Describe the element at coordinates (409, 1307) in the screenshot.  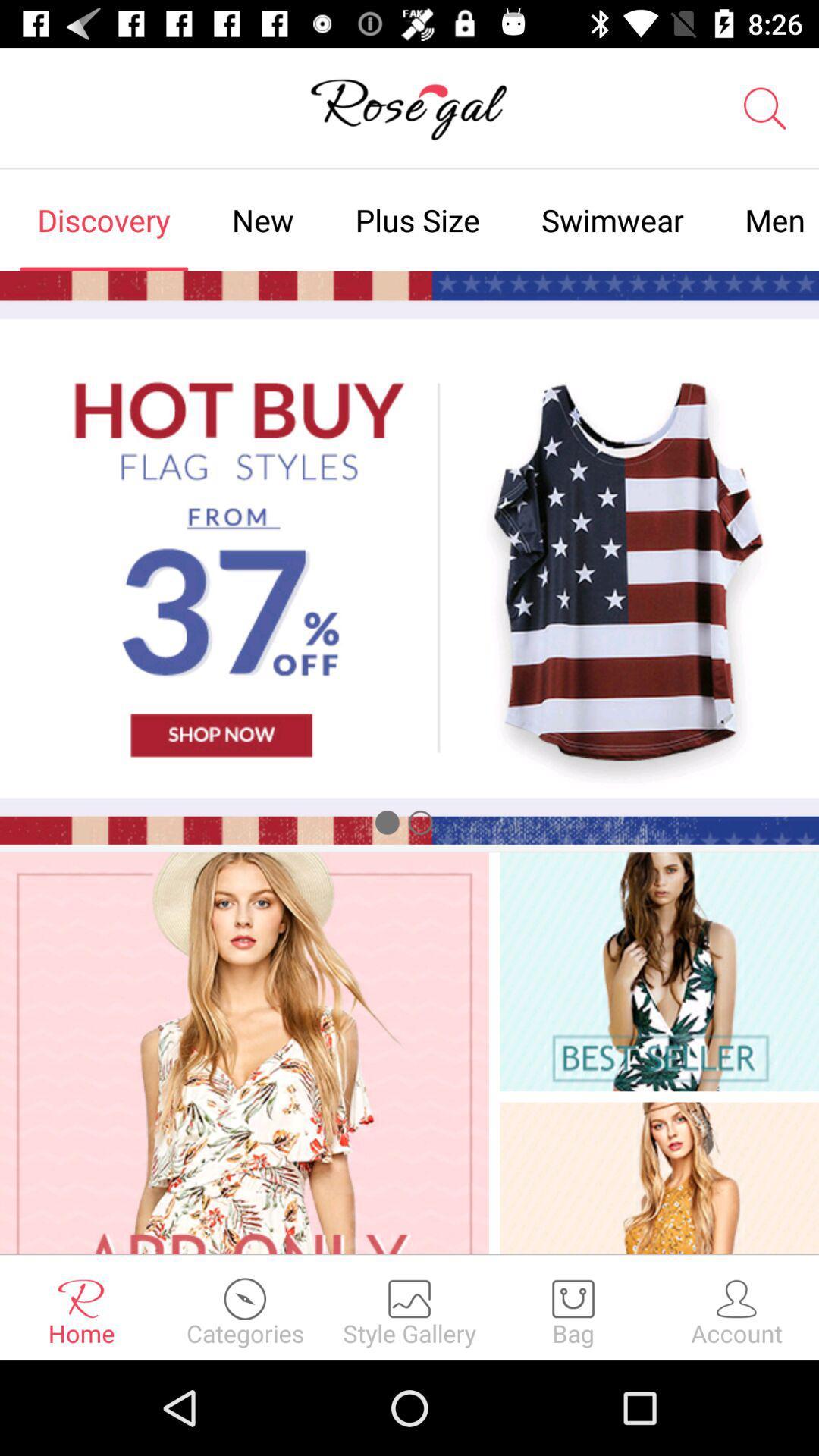
I see `the style gallery icon on the web page` at that location.